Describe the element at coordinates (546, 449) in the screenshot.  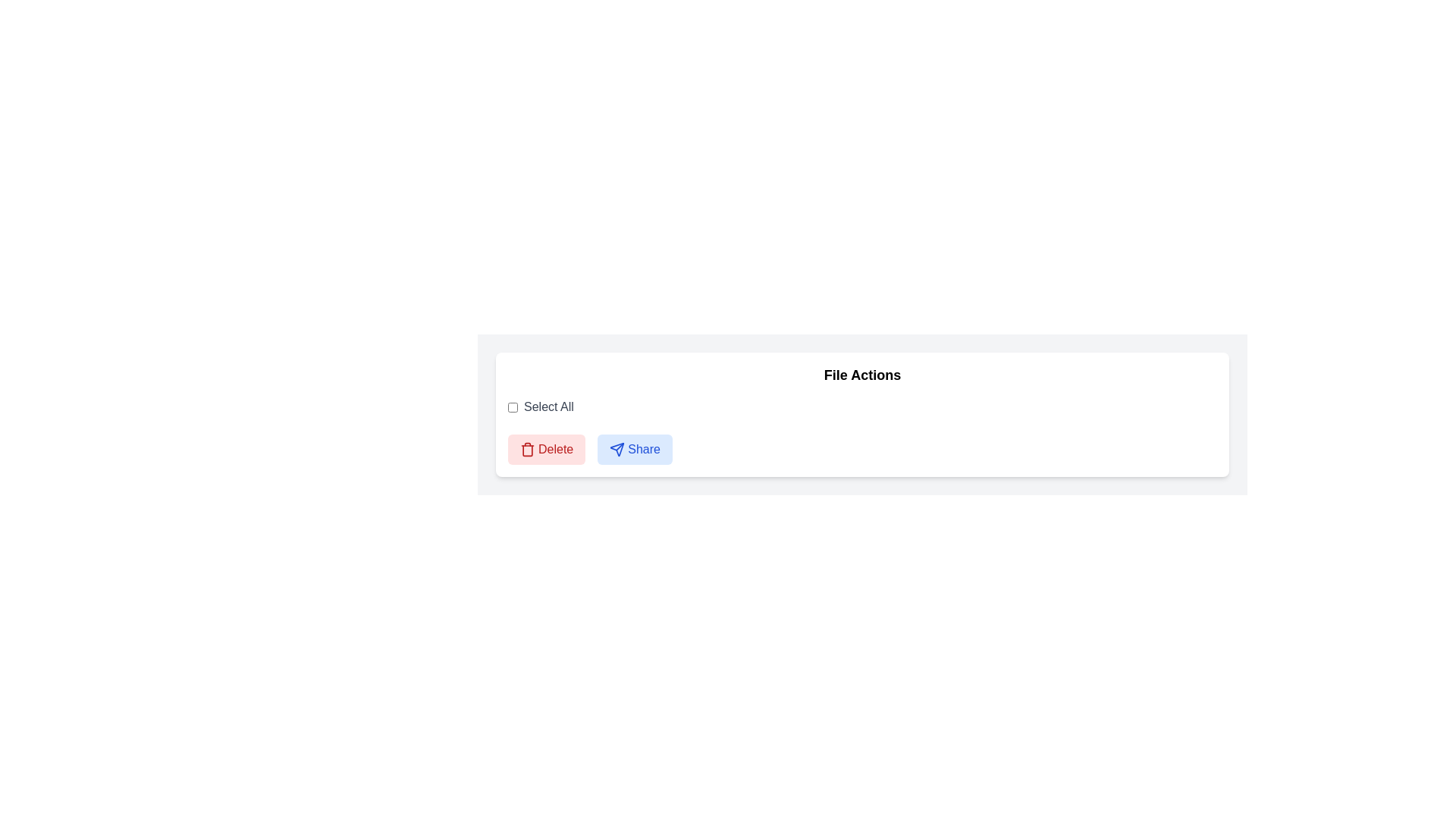
I see `the red 'Delete' button with a trash bin icon` at that location.